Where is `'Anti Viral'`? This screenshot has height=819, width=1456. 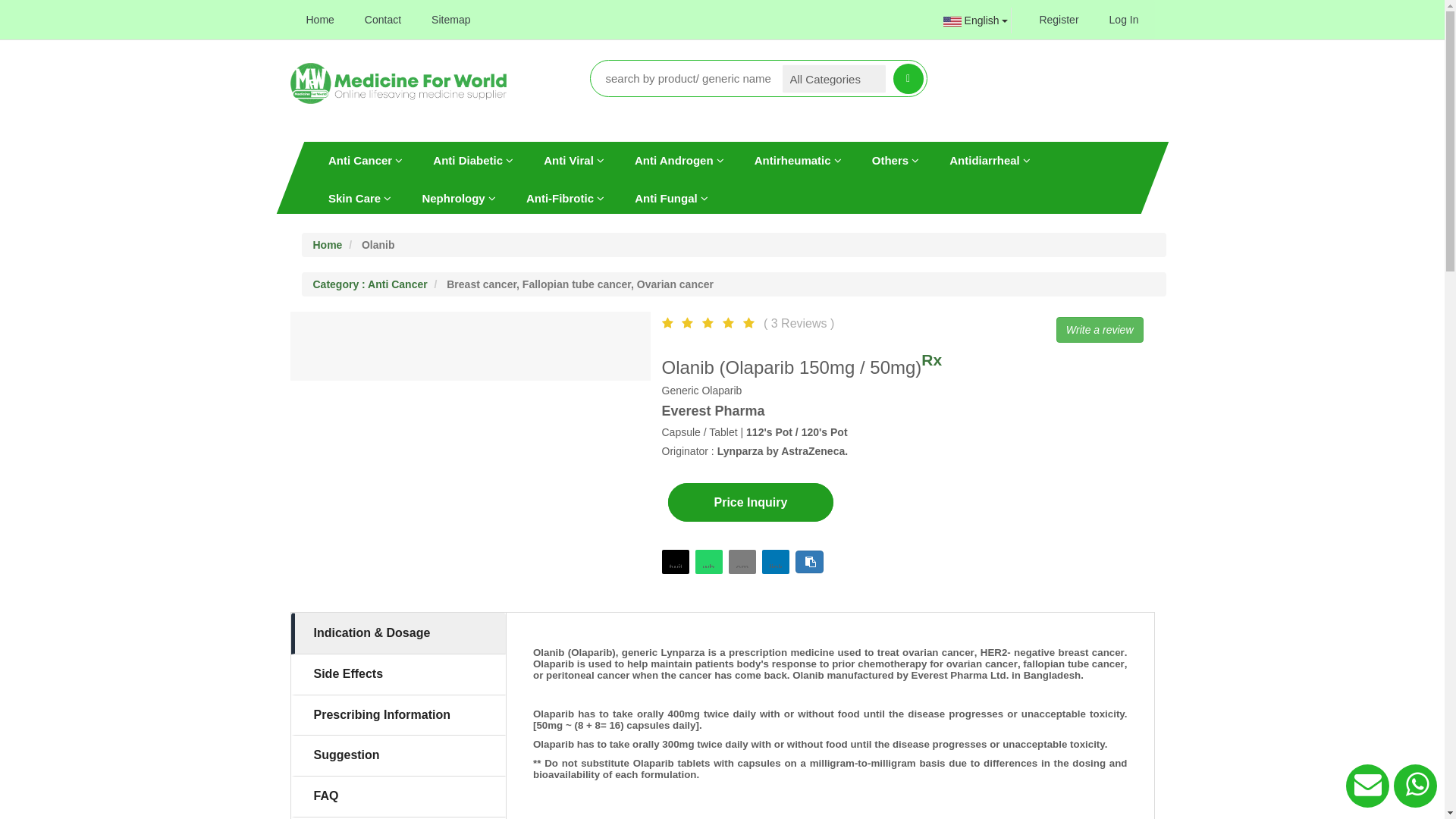
'Anti Viral' is located at coordinates (573, 160).